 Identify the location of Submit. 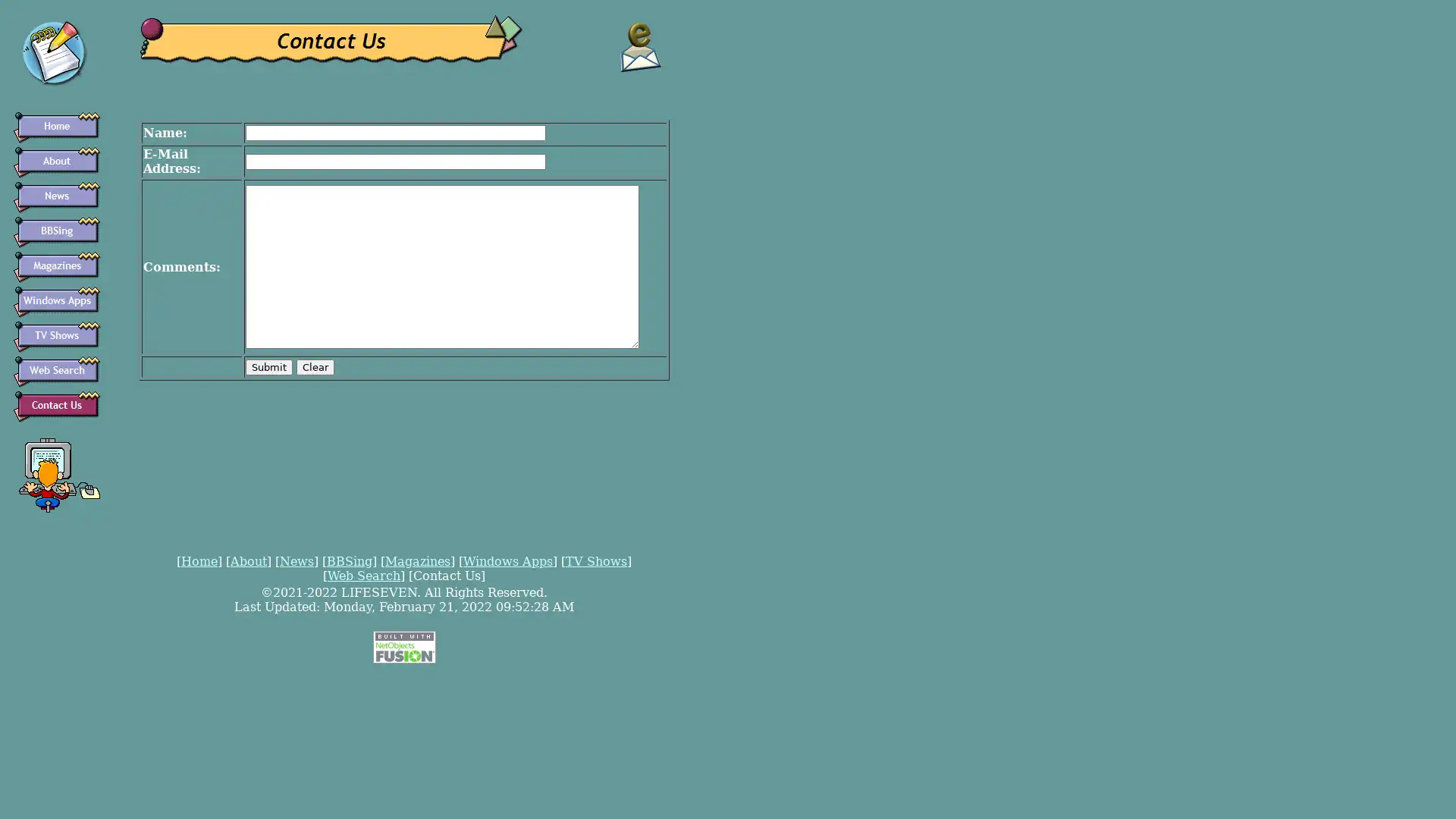
(269, 366).